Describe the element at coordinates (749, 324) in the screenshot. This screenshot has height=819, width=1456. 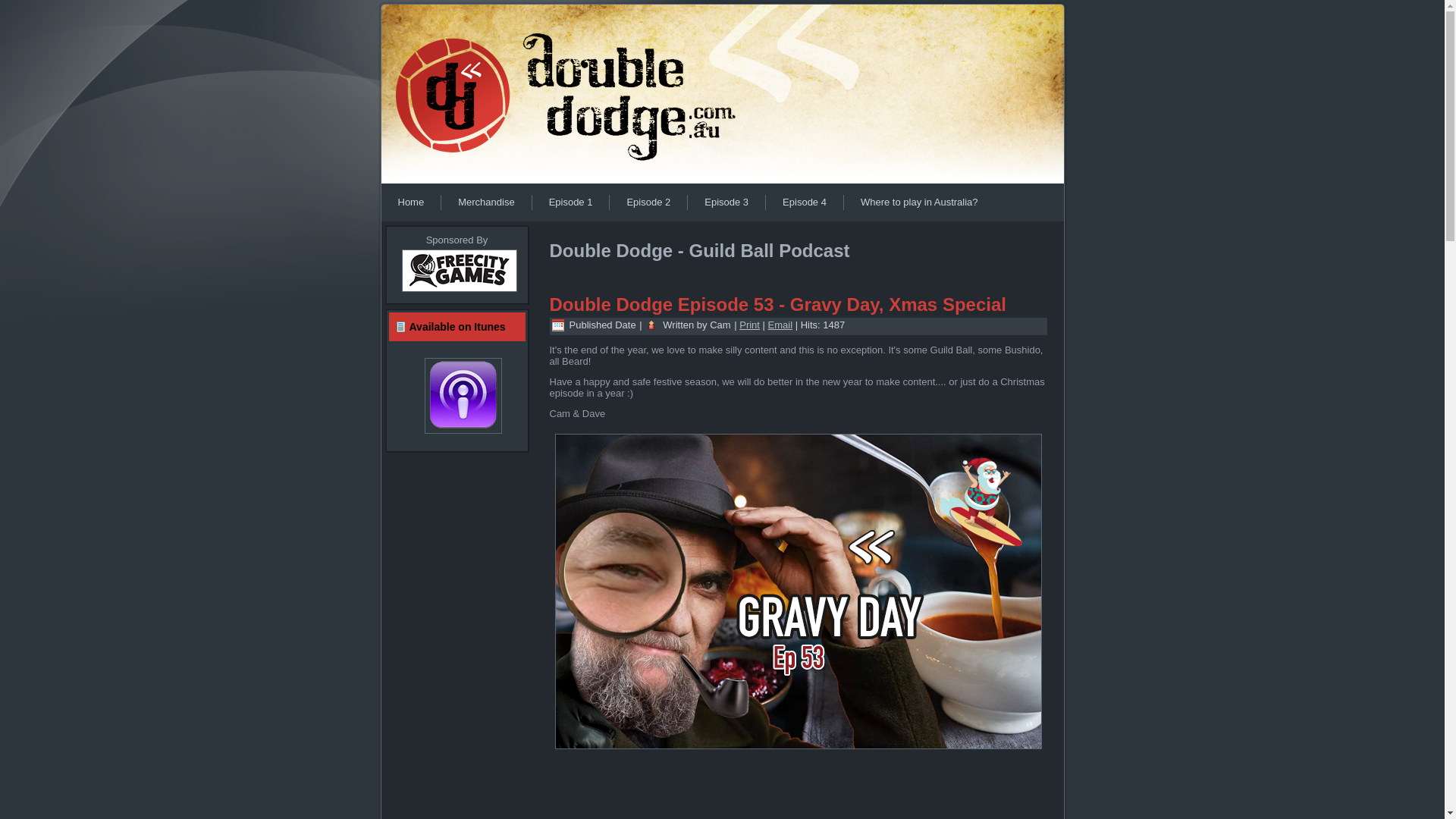
I see `'Print'` at that location.